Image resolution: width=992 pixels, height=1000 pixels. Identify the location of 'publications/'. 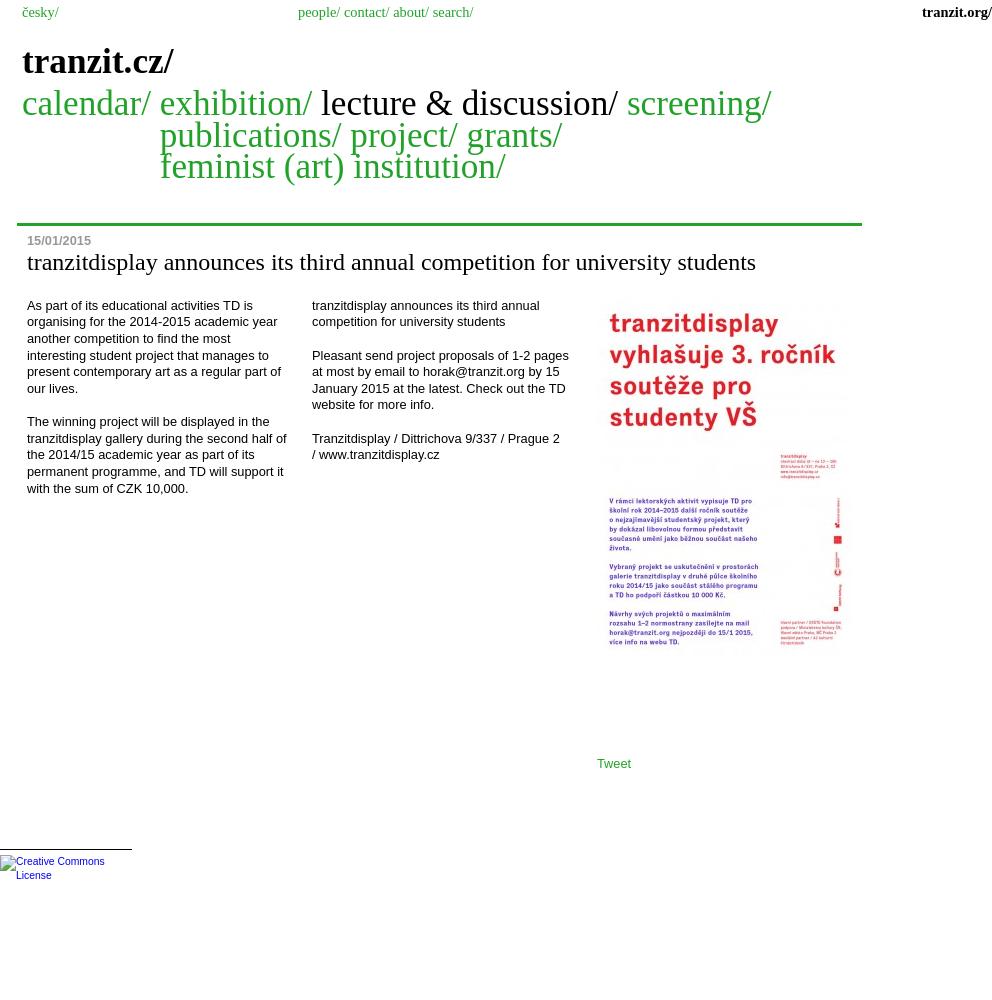
(253, 134).